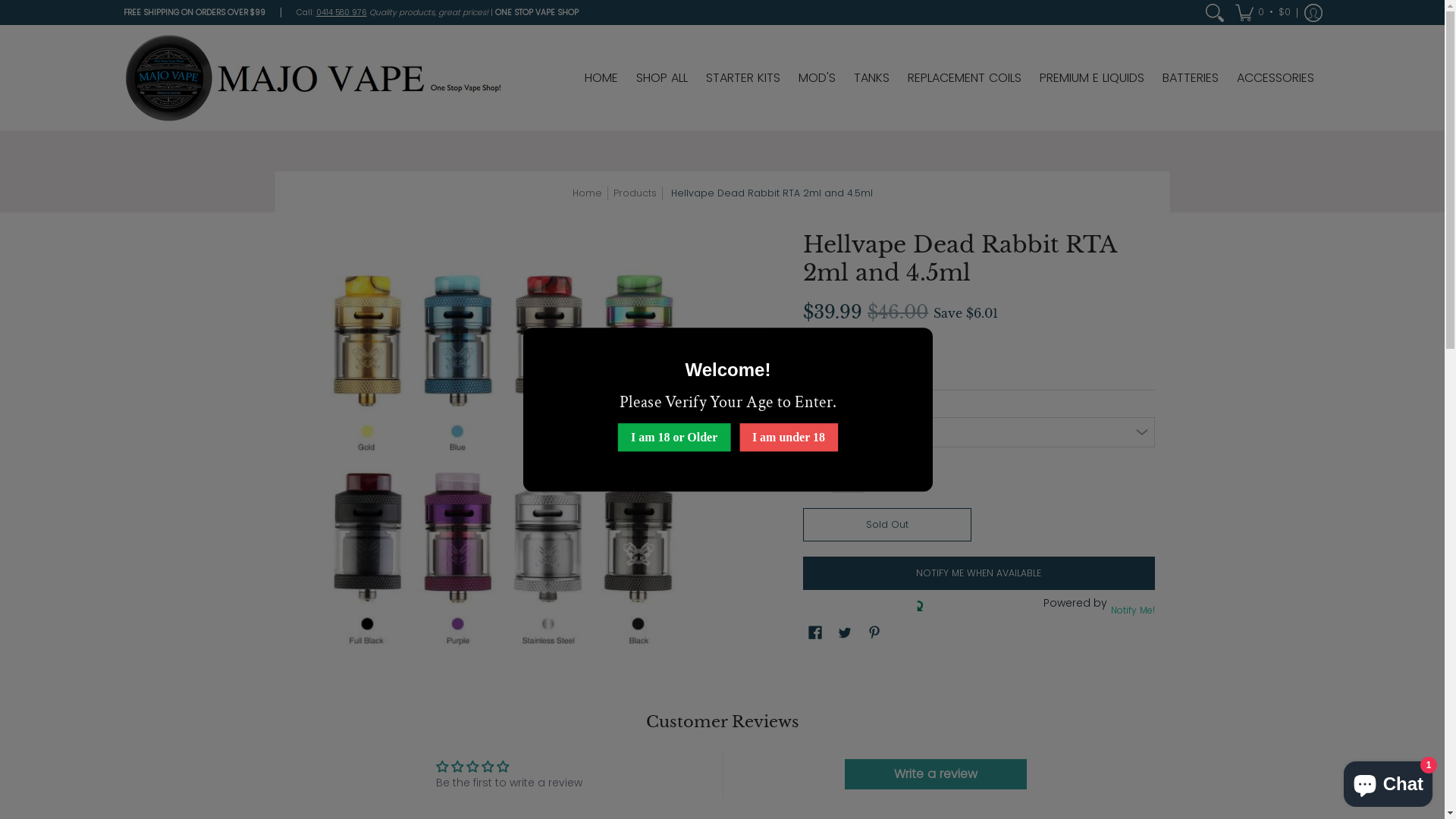 This screenshot has height=819, width=1456. Describe the element at coordinates (600, 77) in the screenshot. I see `'HOME'` at that location.